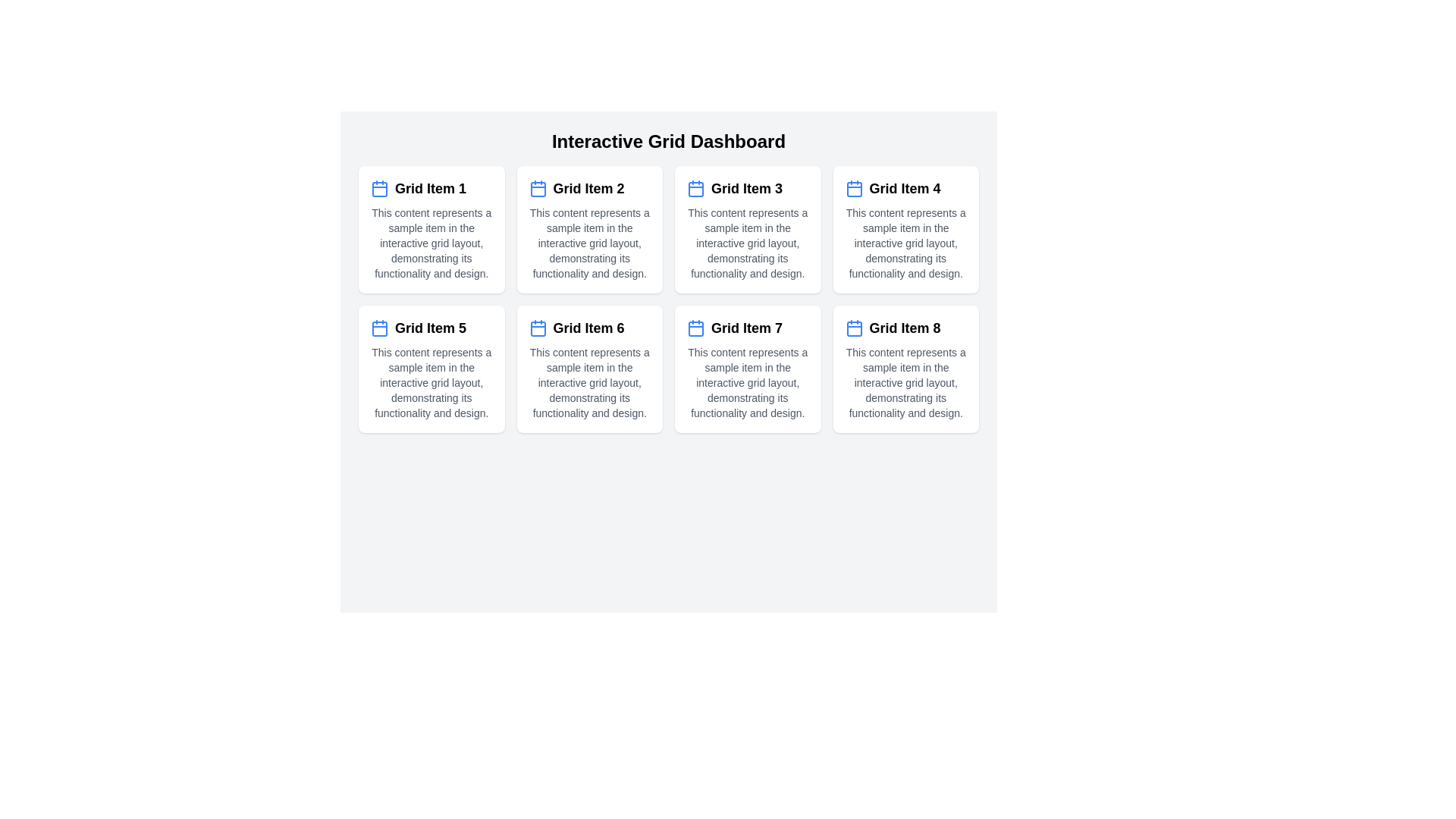 Image resolution: width=1456 pixels, height=819 pixels. What do you see at coordinates (905, 327) in the screenshot?
I see `the Label with an accompanying icon that serves as a title for 'Grid Item 8', located in the last column of the second row` at bounding box center [905, 327].